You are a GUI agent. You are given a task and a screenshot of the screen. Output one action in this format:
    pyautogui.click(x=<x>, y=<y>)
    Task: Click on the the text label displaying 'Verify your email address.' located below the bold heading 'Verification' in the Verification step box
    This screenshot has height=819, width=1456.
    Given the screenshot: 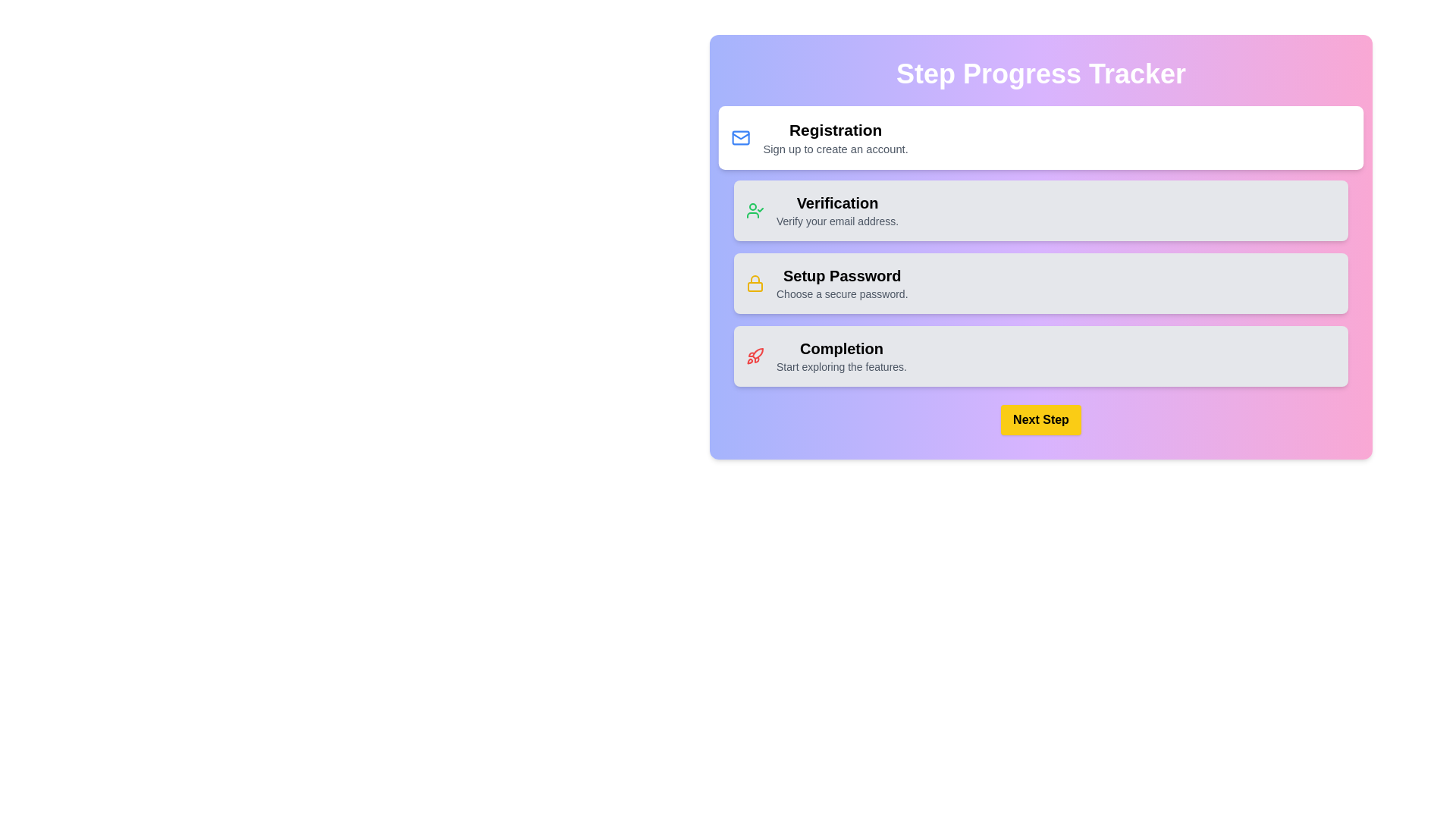 What is the action you would take?
    pyautogui.click(x=836, y=221)
    